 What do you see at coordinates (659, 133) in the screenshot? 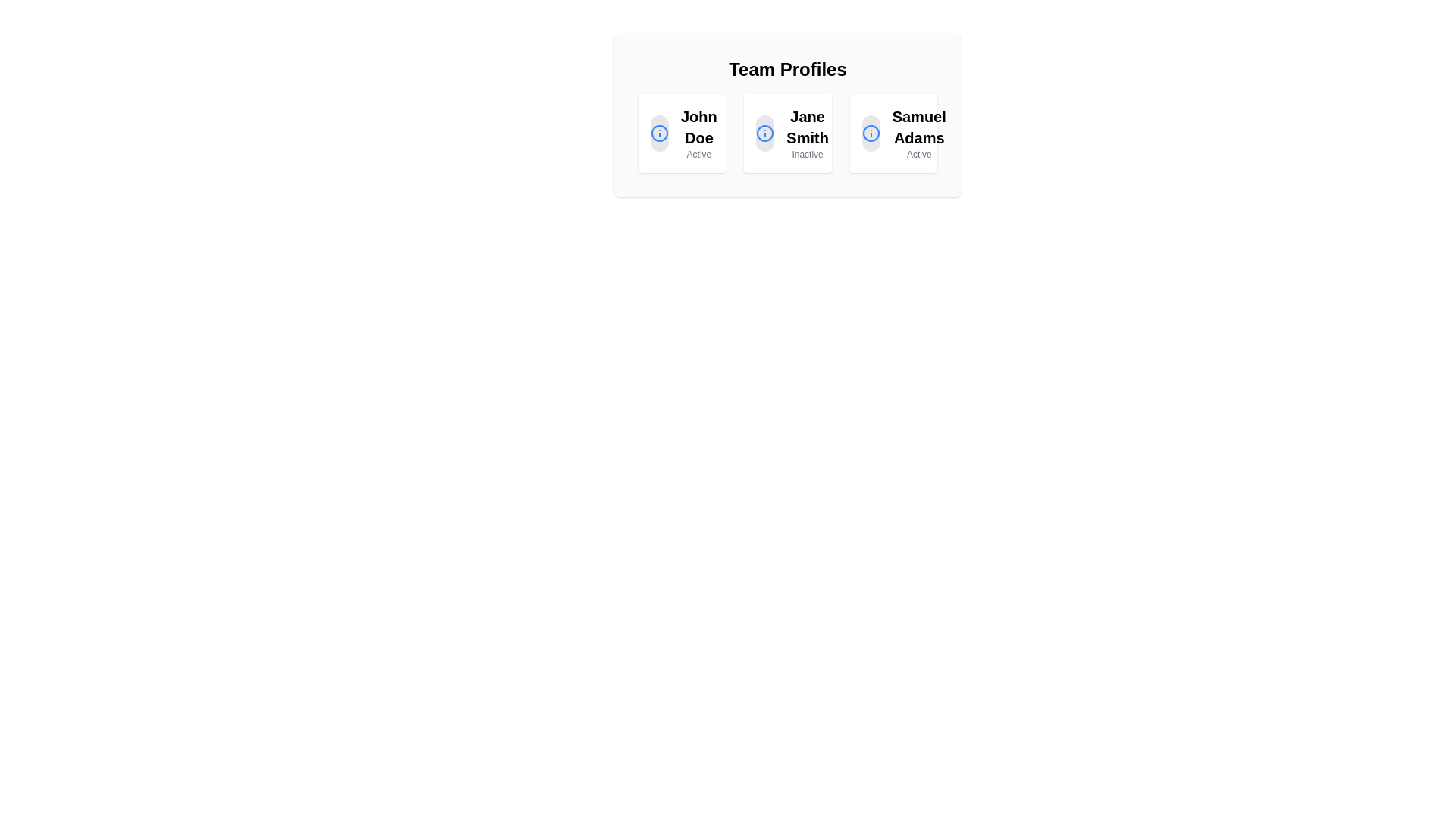
I see `the circular information icon with a blue border and 'i' symbol located inside the card labeled 'John Doe' in the 'Team Profiles' section` at bounding box center [659, 133].